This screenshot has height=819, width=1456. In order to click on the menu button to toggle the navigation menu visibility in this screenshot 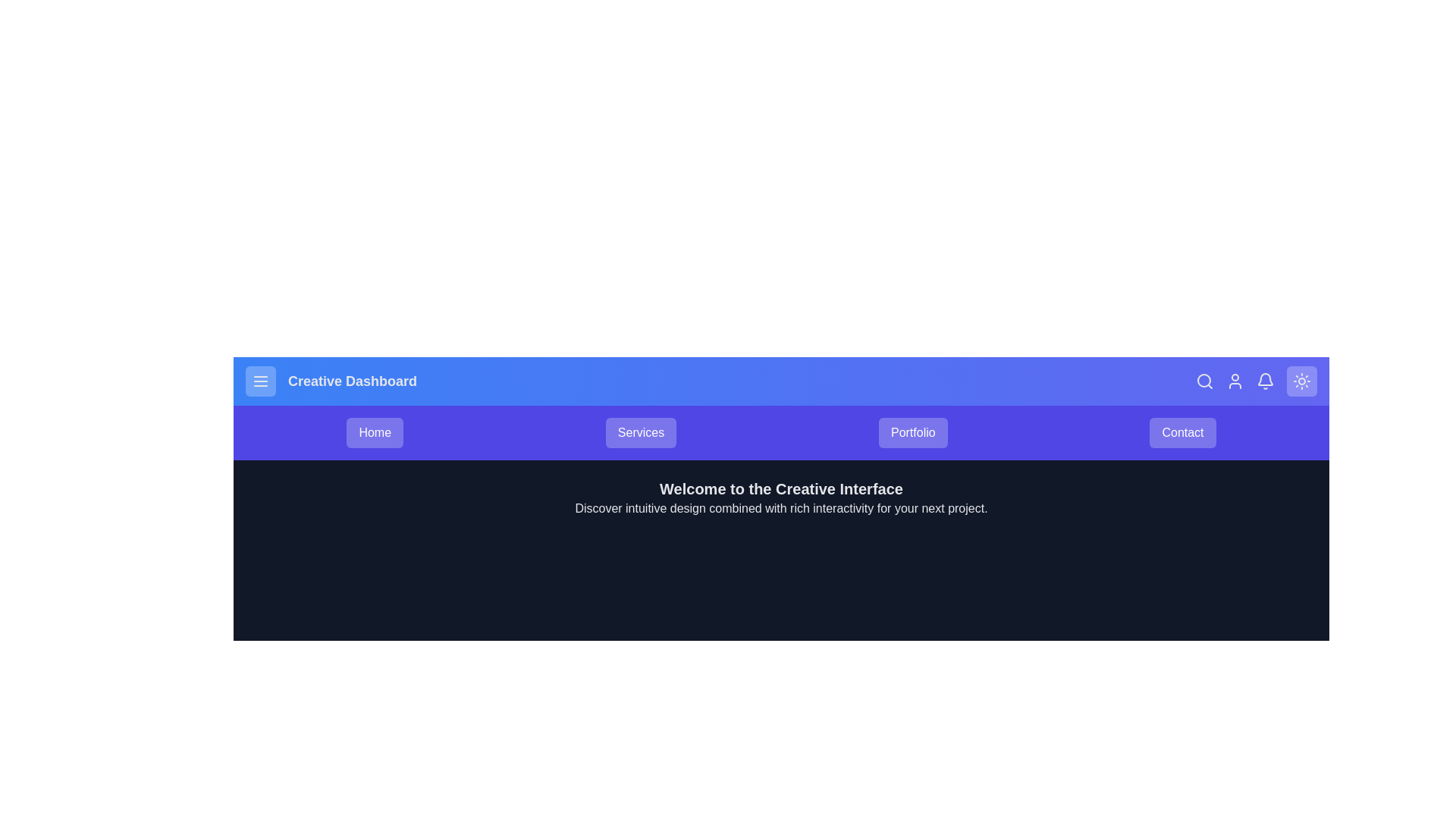, I will do `click(261, 380)`.